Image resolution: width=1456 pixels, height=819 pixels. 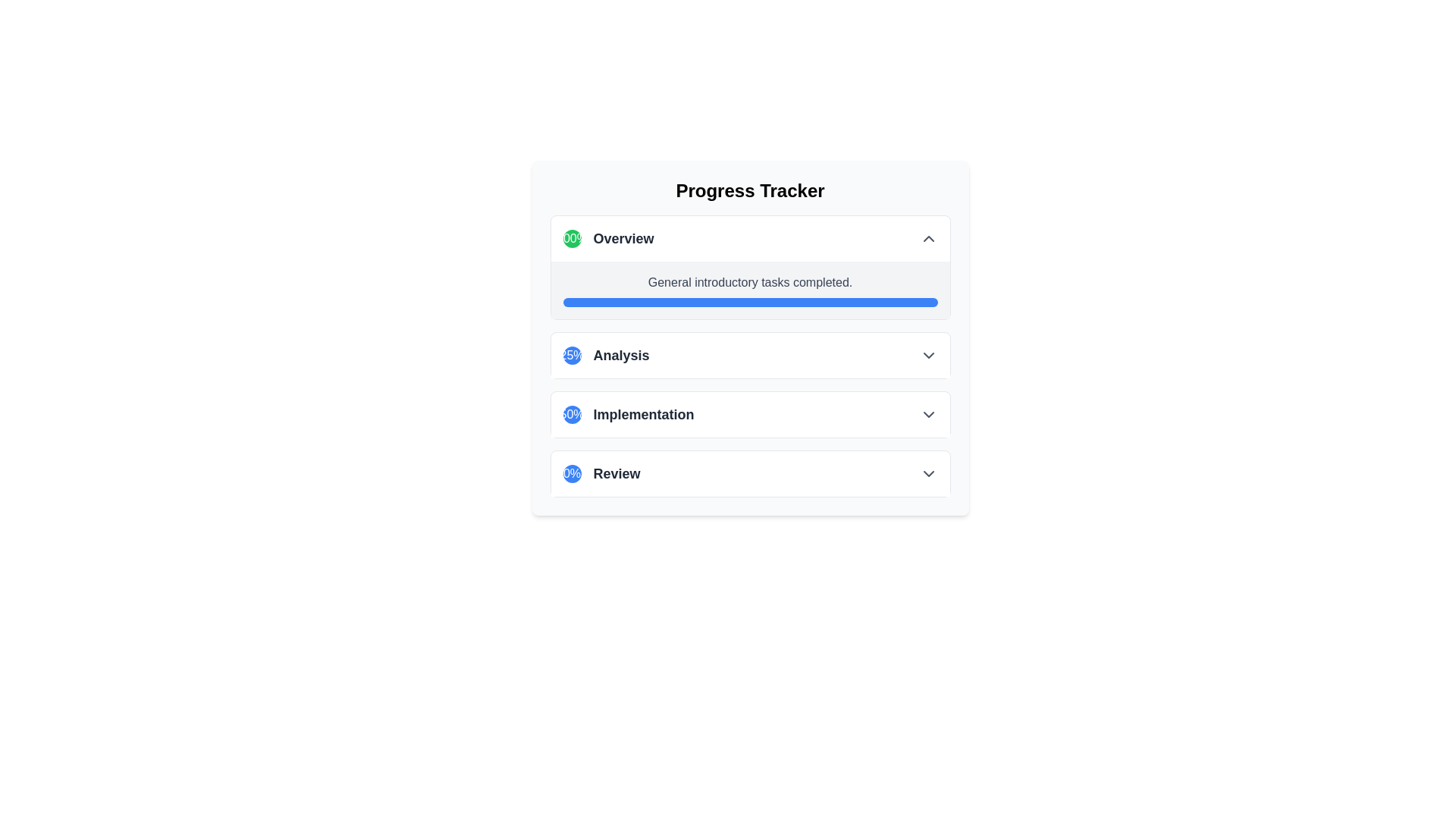 I want to click on the small circular icon with a blue background and '50%' text, located in the 'Implementation' section of the progress tracker interface, so click(x=571, y=415).